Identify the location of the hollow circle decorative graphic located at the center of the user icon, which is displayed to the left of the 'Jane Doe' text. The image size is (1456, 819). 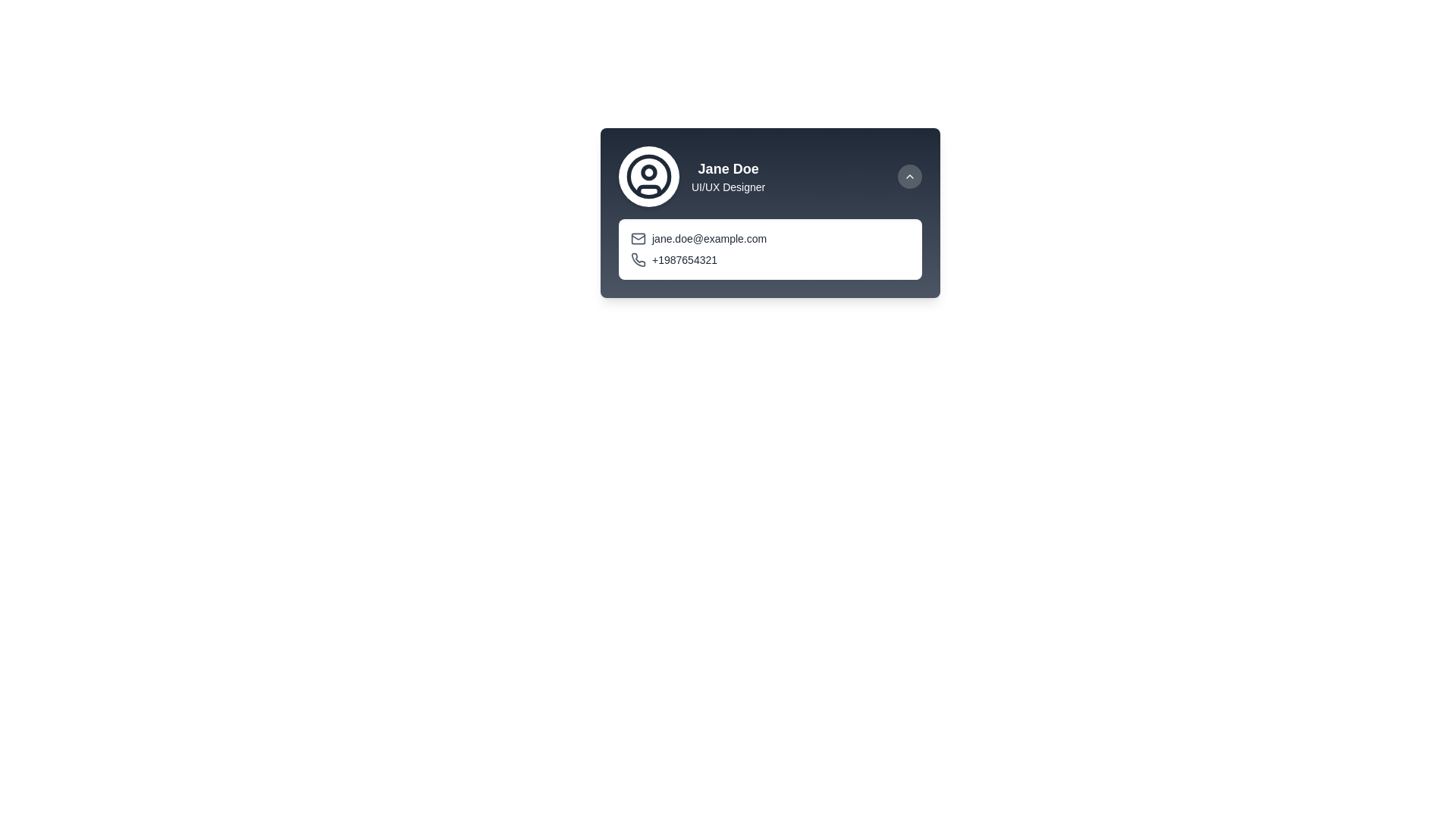
(648, 174).